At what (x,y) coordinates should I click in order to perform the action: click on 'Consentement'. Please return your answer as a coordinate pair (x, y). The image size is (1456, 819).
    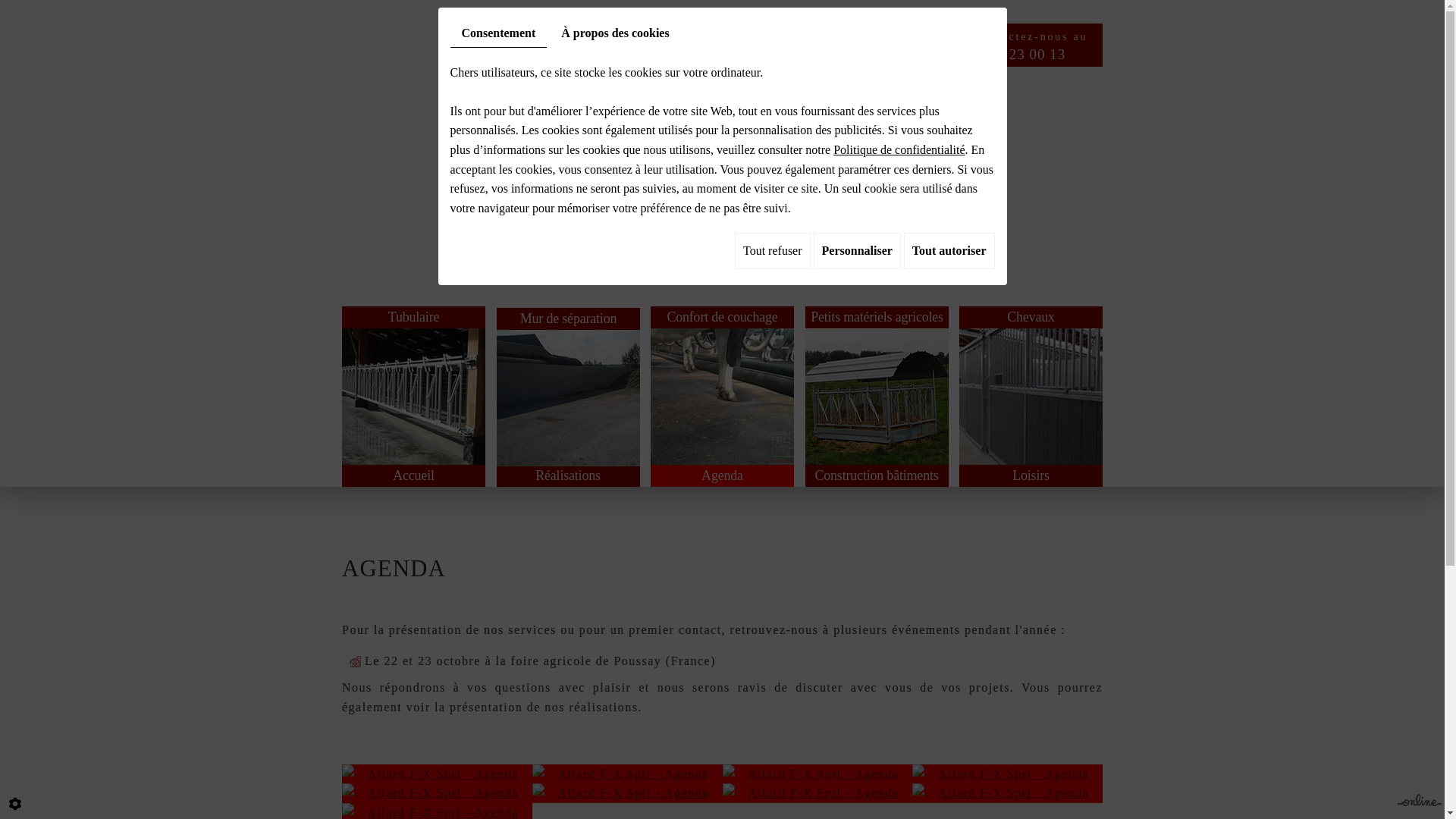
    Looking at the image, I should click on (498, 33).